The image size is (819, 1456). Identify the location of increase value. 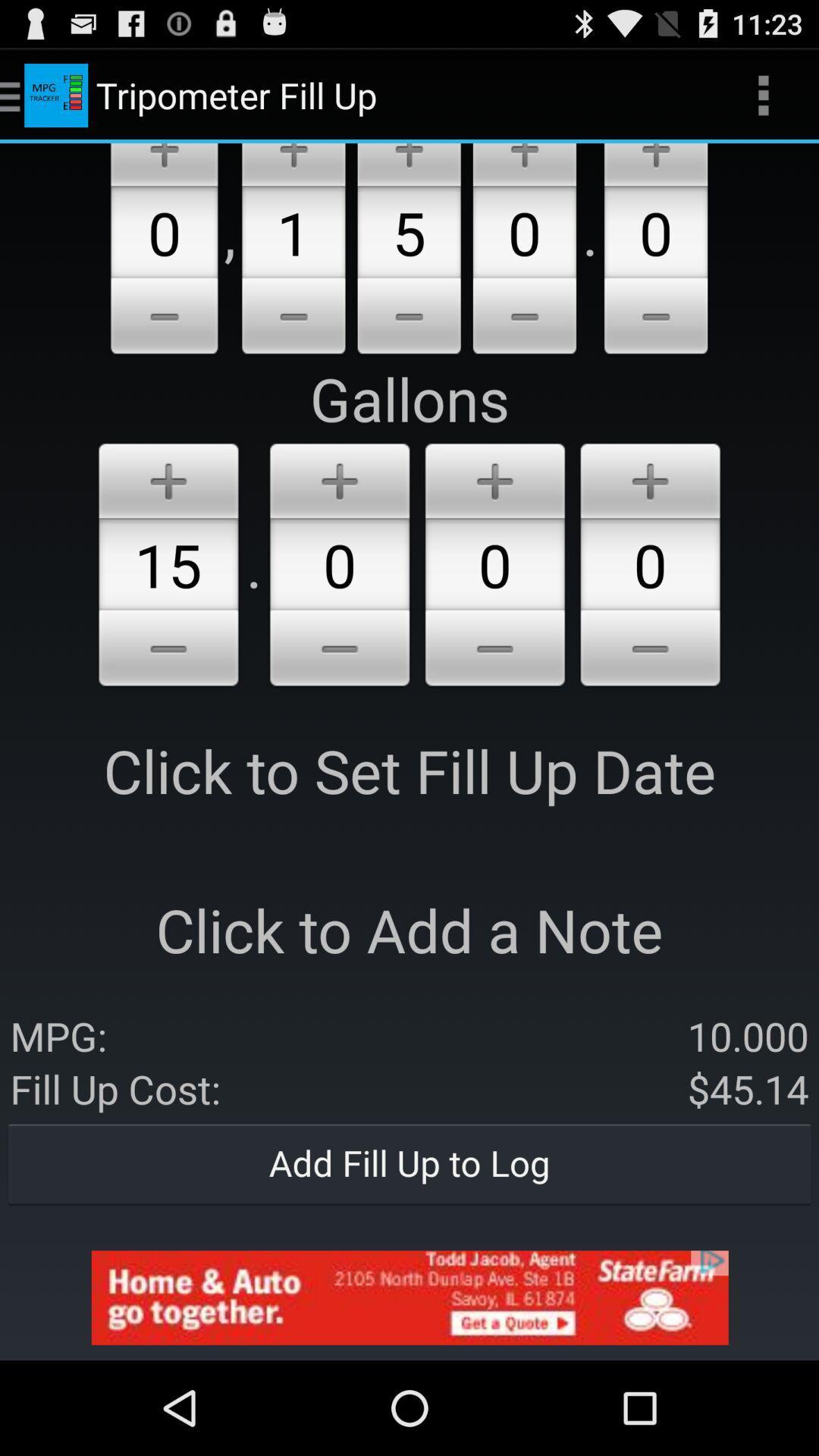
(523, 165).